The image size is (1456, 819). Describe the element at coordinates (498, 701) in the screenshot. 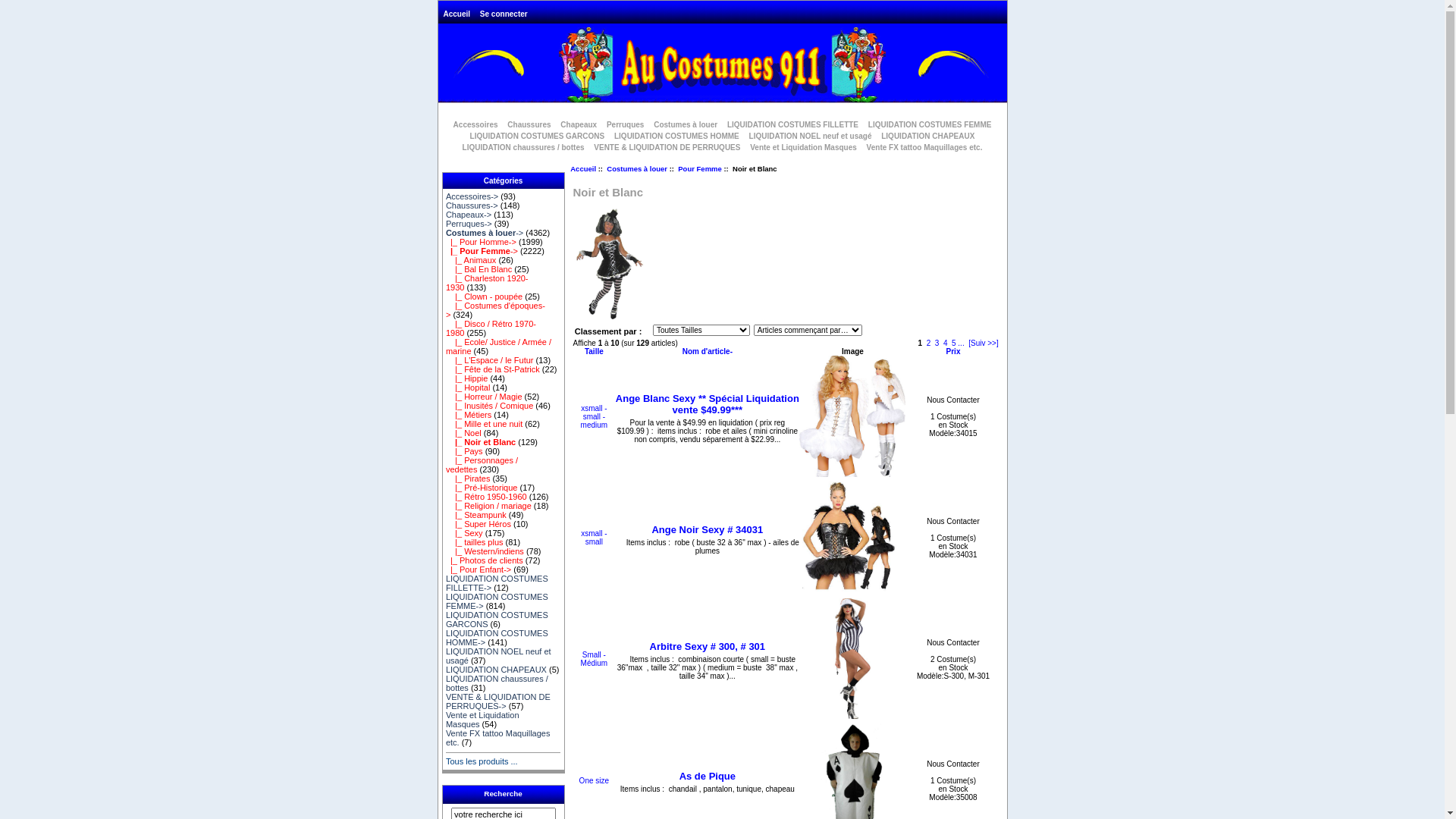

I see `'VENTE & LIQUIDATION DE PERRUQUES->'` at that location.